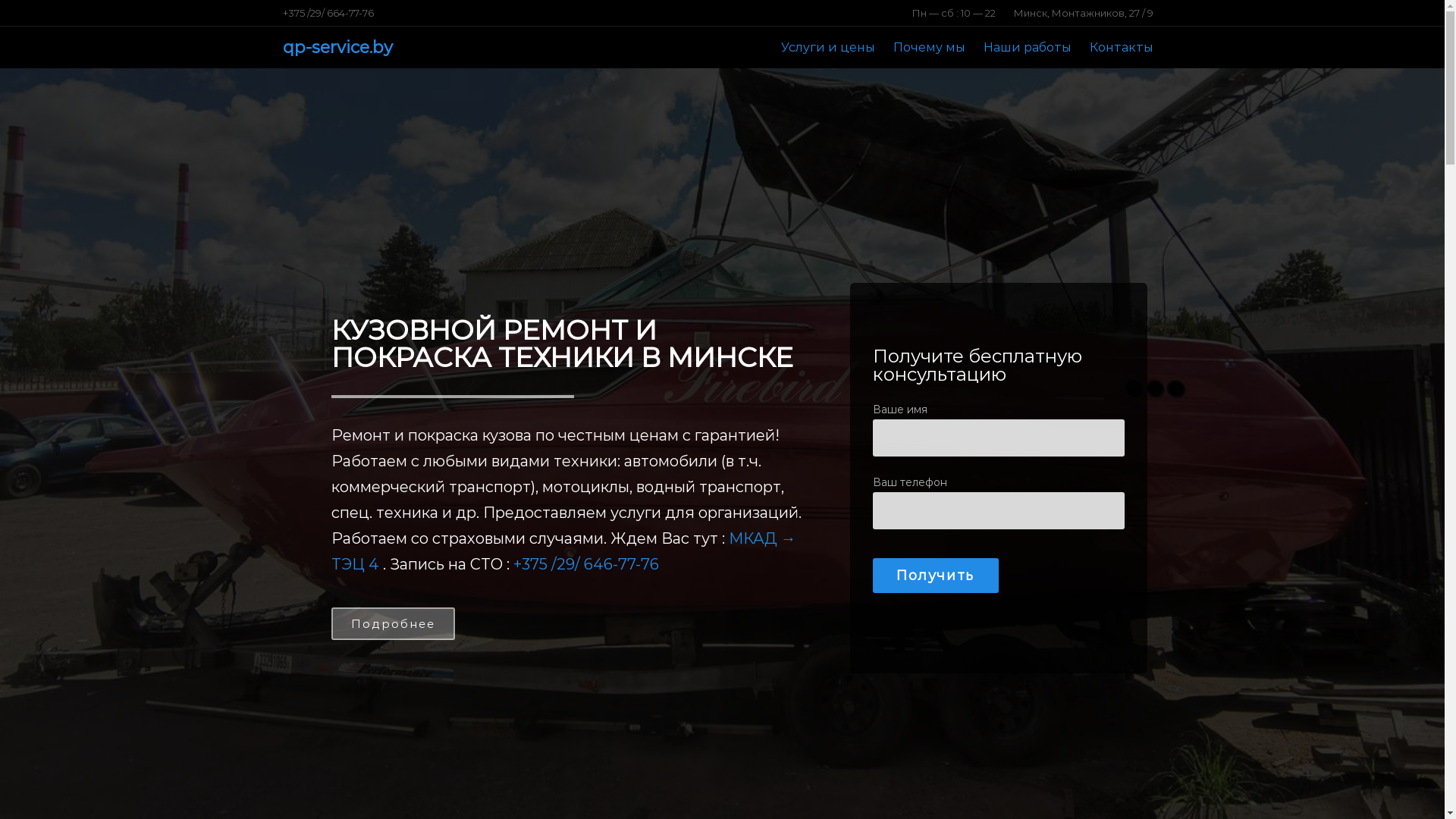 Image resolution: width=1456 pixels, height=819 pixels. Describe the element at coordinates (585, 564) in the screenshot. I see `'+375 /29/ 646-77-76'` at that location.